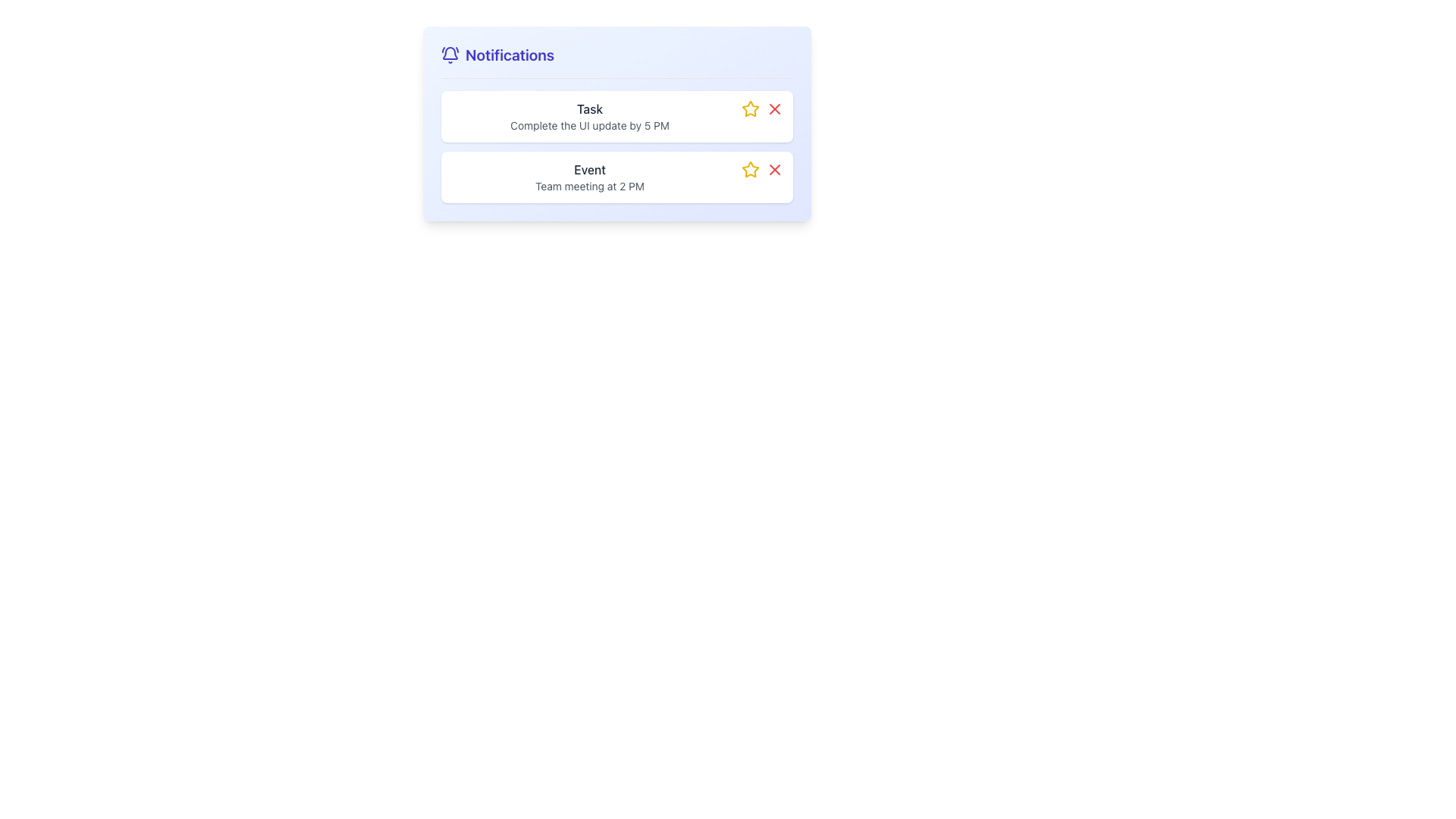 This screenshot has height=819, width=1456. I want to click on the red cross icon button located to the right of the 'Task' text in the notifications panel to observe the styling changes, so click(775, 108).